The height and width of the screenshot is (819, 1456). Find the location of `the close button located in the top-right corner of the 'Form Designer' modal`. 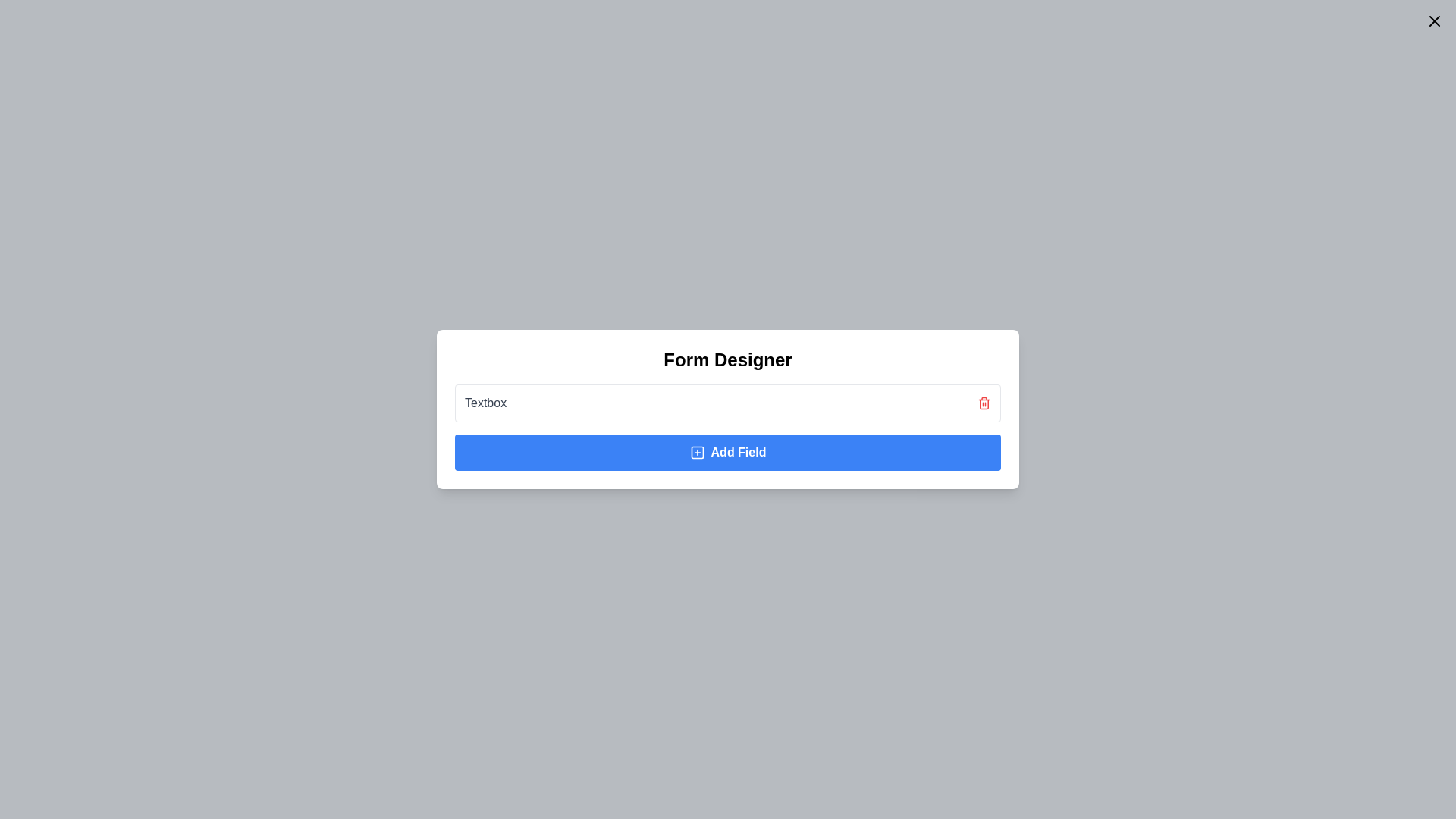

the close button located in the top-right corner of the 'Form Designer' modal is located at coordinates (1433, 20).